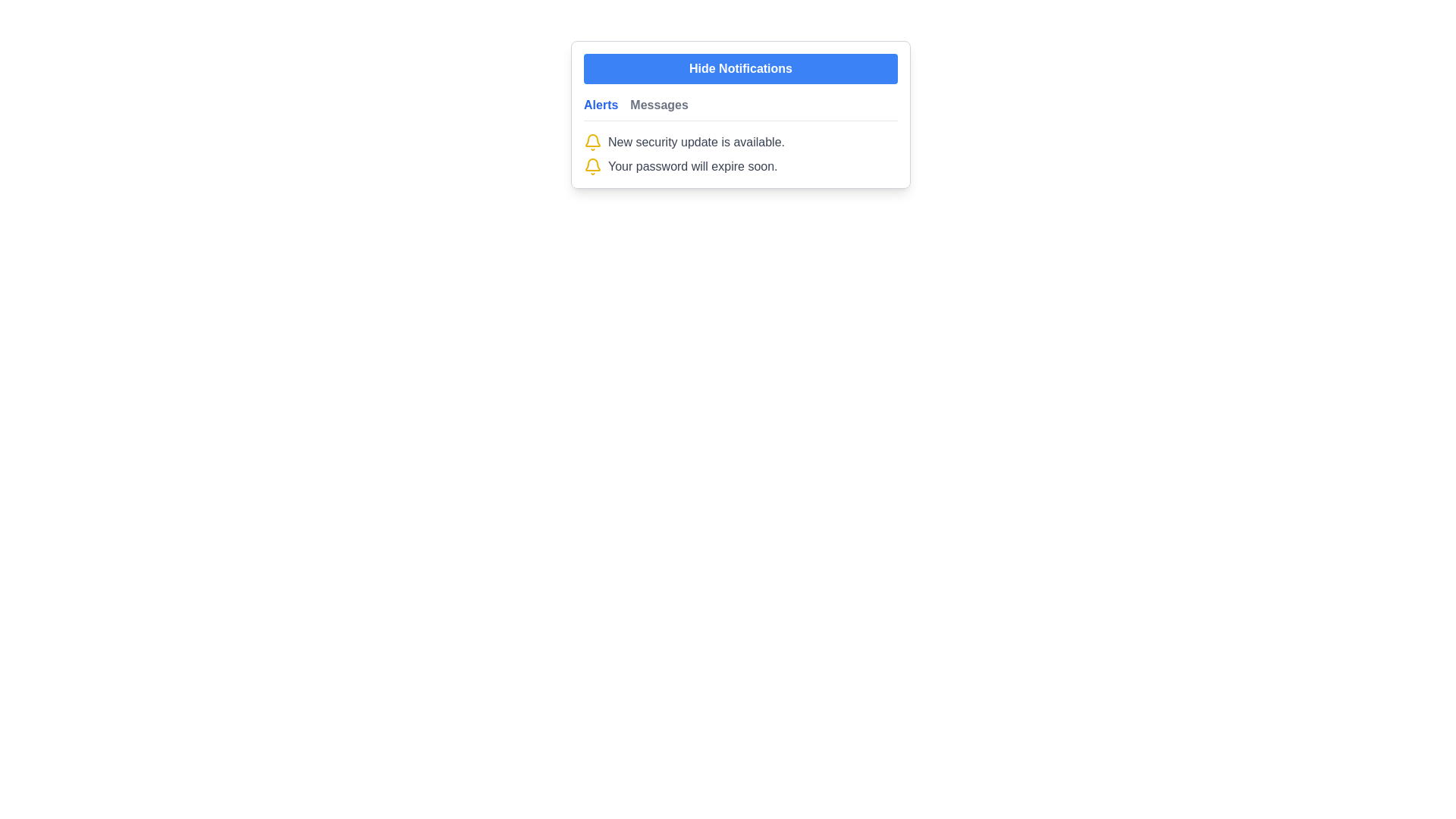 This screenshot has height=819, width=1456. Describe the element at coordinates (592, 143) in the screenshot. I see `the yellow bell-shaped notification icon located to the left of the alert text in the notification block labeled 'New security update is available.'` at that location.